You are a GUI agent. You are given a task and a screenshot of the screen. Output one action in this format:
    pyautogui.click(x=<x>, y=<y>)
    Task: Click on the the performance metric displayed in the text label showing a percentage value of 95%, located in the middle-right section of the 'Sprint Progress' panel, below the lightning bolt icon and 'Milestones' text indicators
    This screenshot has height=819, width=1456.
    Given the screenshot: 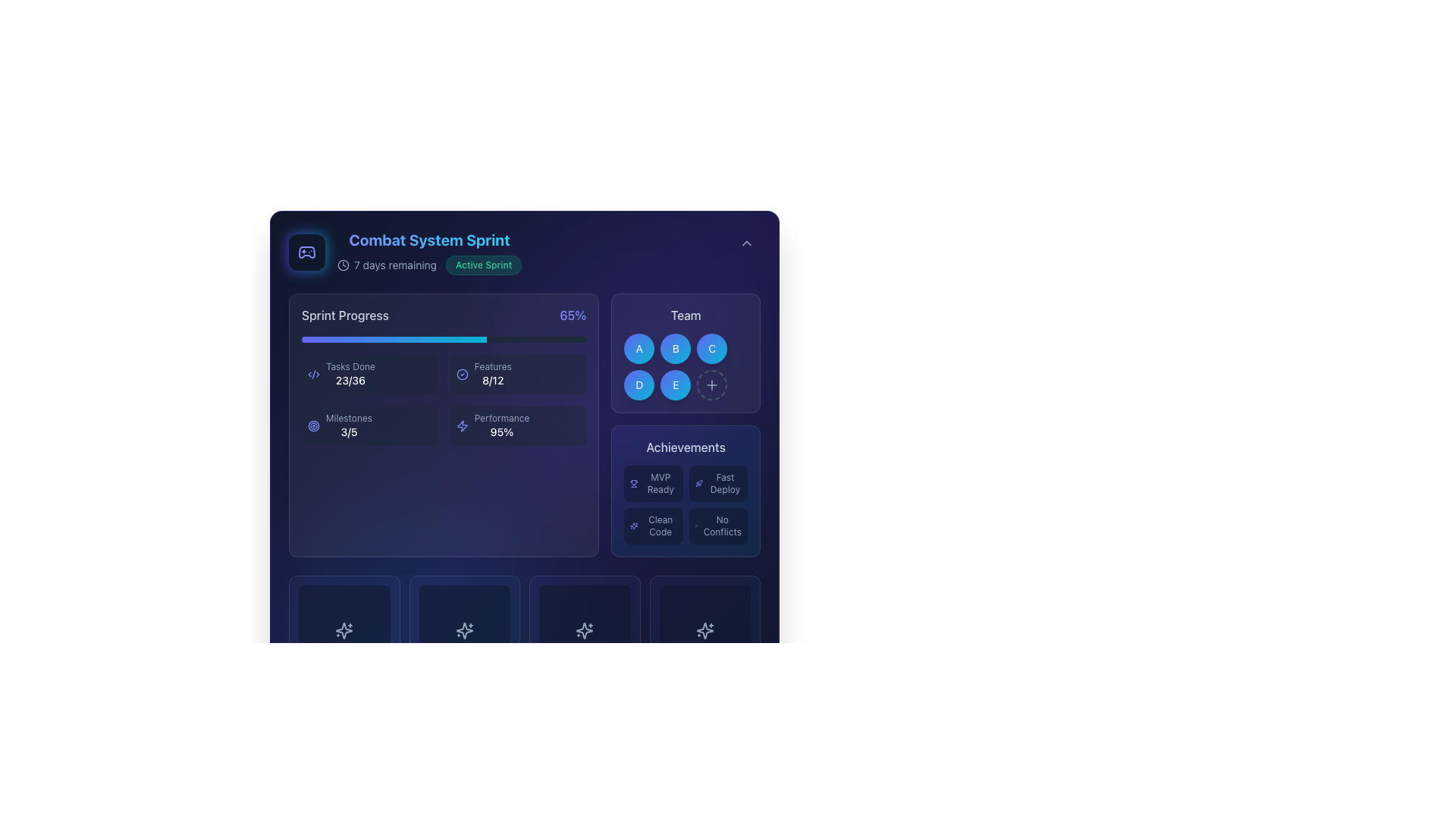 What is the action you would take?
    pyautogui.click(x=502, y=426)
    